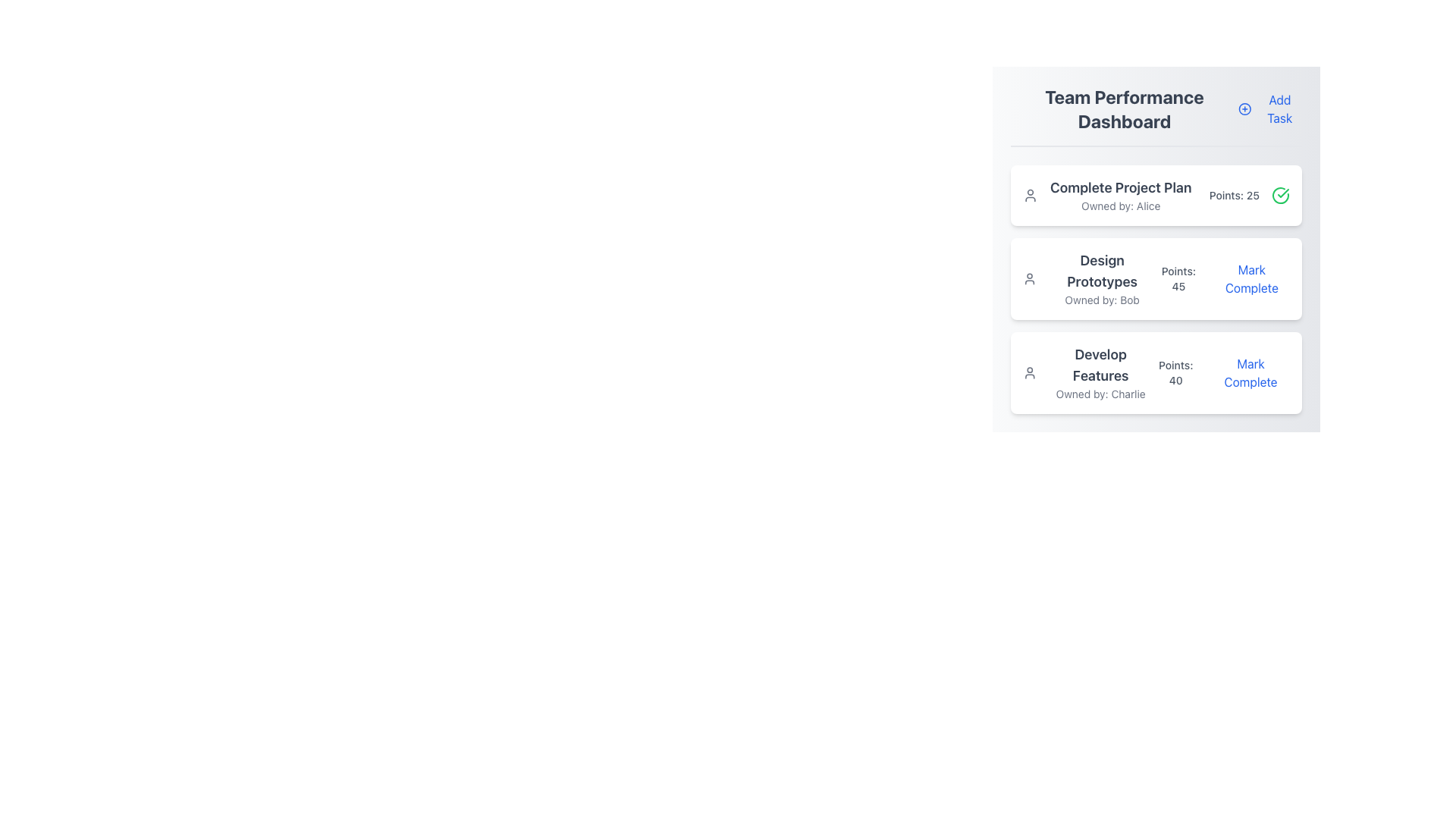 The width and height of the screenshot is (1456, 819). I want to click on the small gray user icon, which is a circular head and shoulders outline, located to the left of the 'Design Prototypes' text, so click(1030, 278).